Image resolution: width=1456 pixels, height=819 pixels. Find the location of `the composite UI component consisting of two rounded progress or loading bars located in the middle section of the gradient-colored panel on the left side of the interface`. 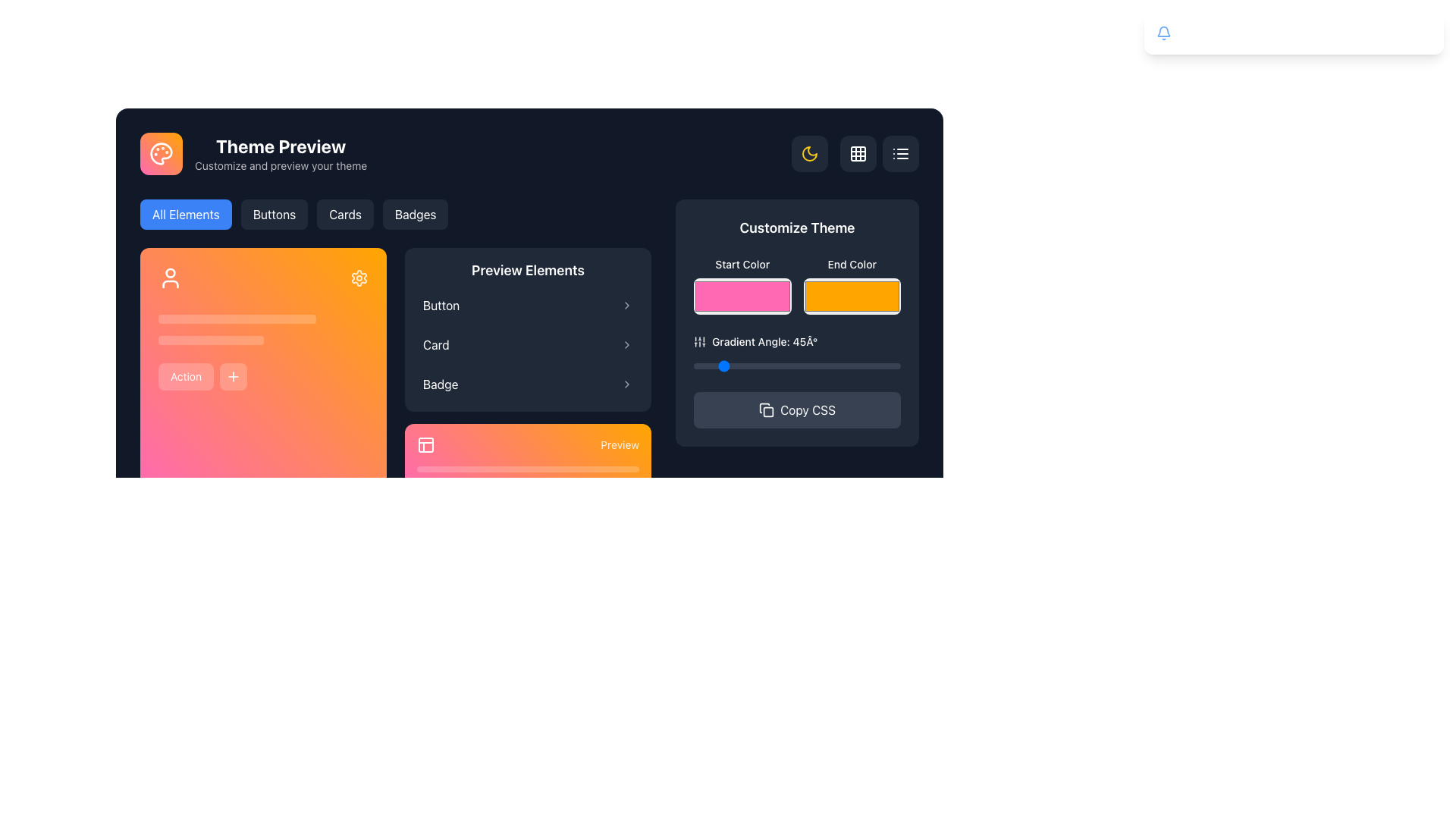

the composite UI component consisting of two rounded progress or loading bars located in the middle section of the gradient-colored panel on the left side of the interface is located at coordinates (263, 329).